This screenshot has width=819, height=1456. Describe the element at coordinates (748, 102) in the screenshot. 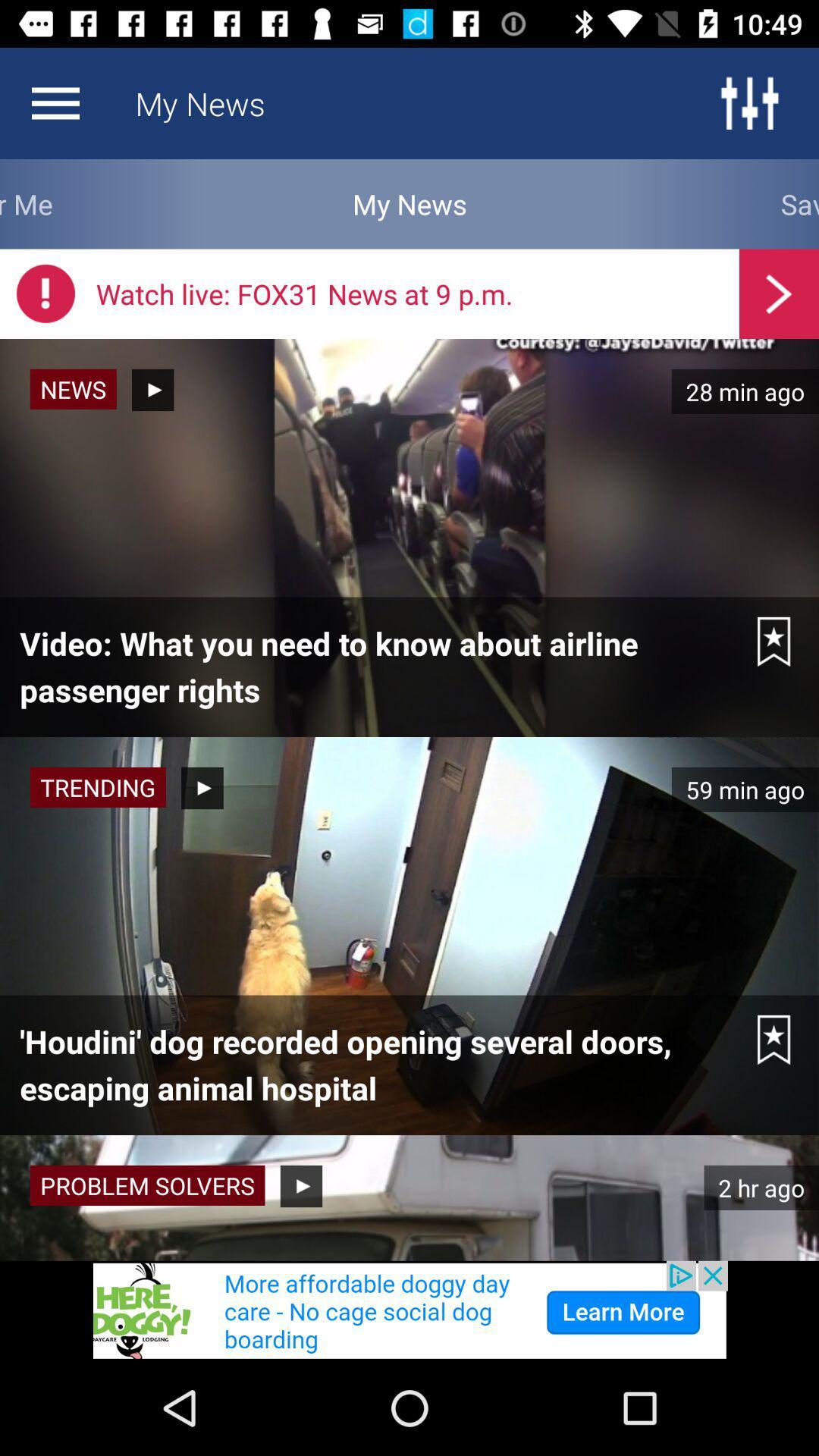

I see `the sliders icon` at that location.